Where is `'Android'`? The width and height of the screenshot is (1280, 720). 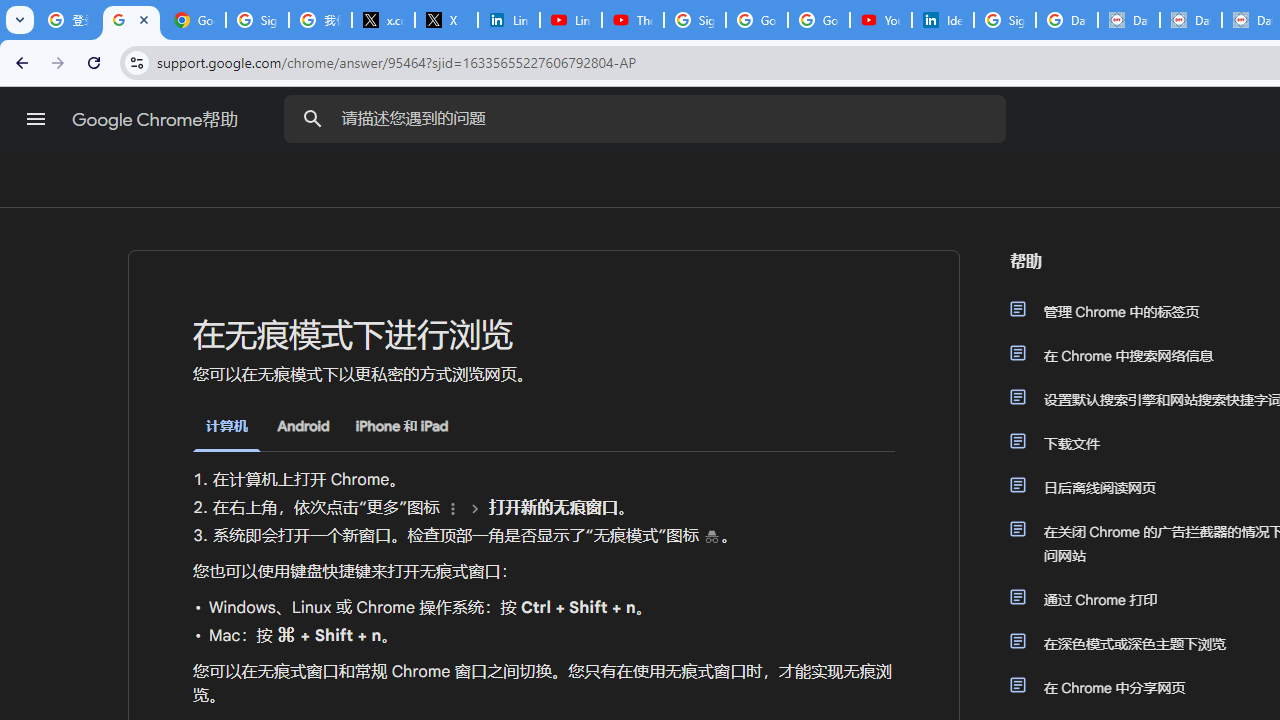 'Android' is located at coordinates (302, 425).